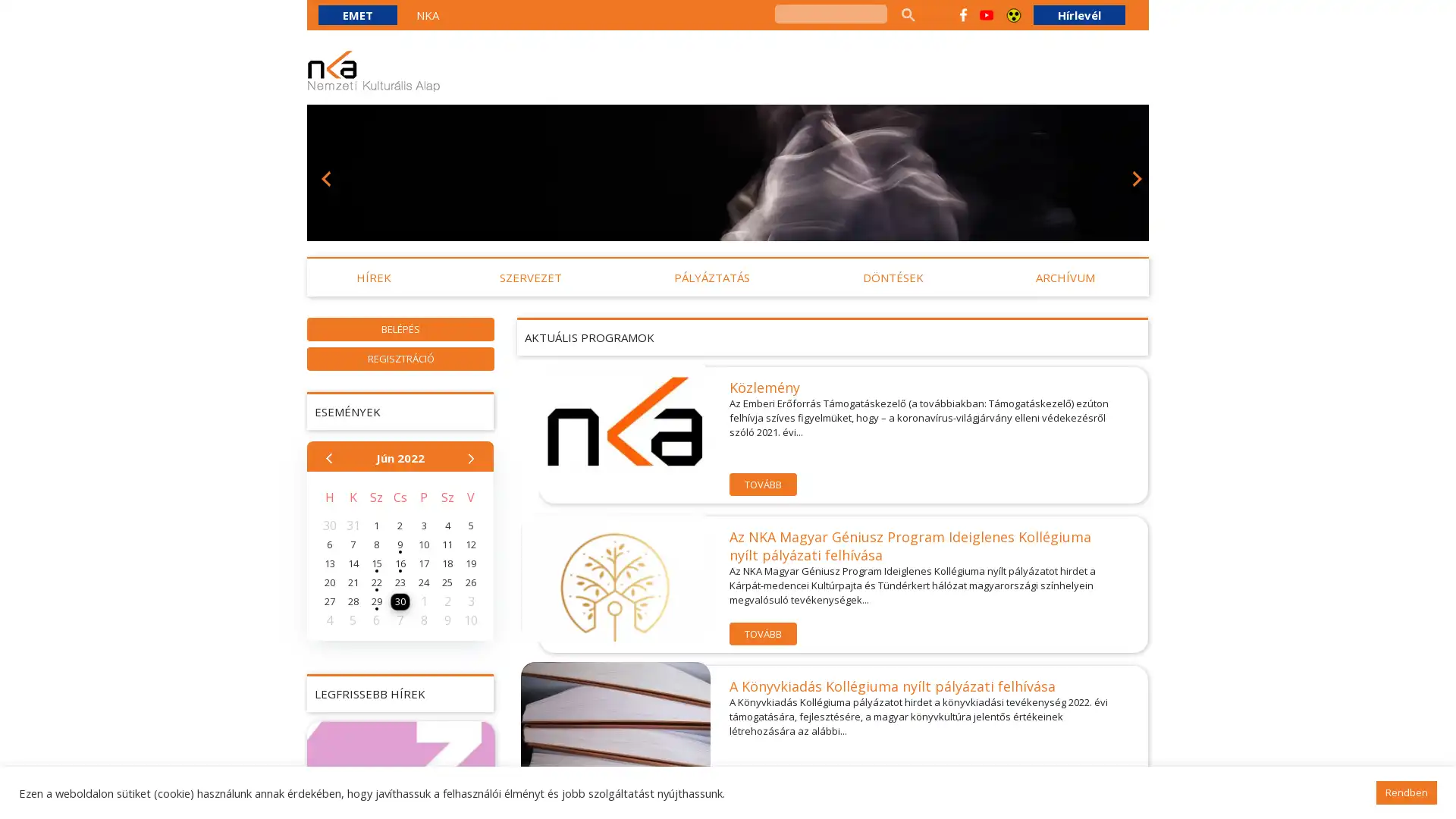 The width and height of the screenshot is (1456, 819). I want to click on SZERVEZET, so click(530, 278).